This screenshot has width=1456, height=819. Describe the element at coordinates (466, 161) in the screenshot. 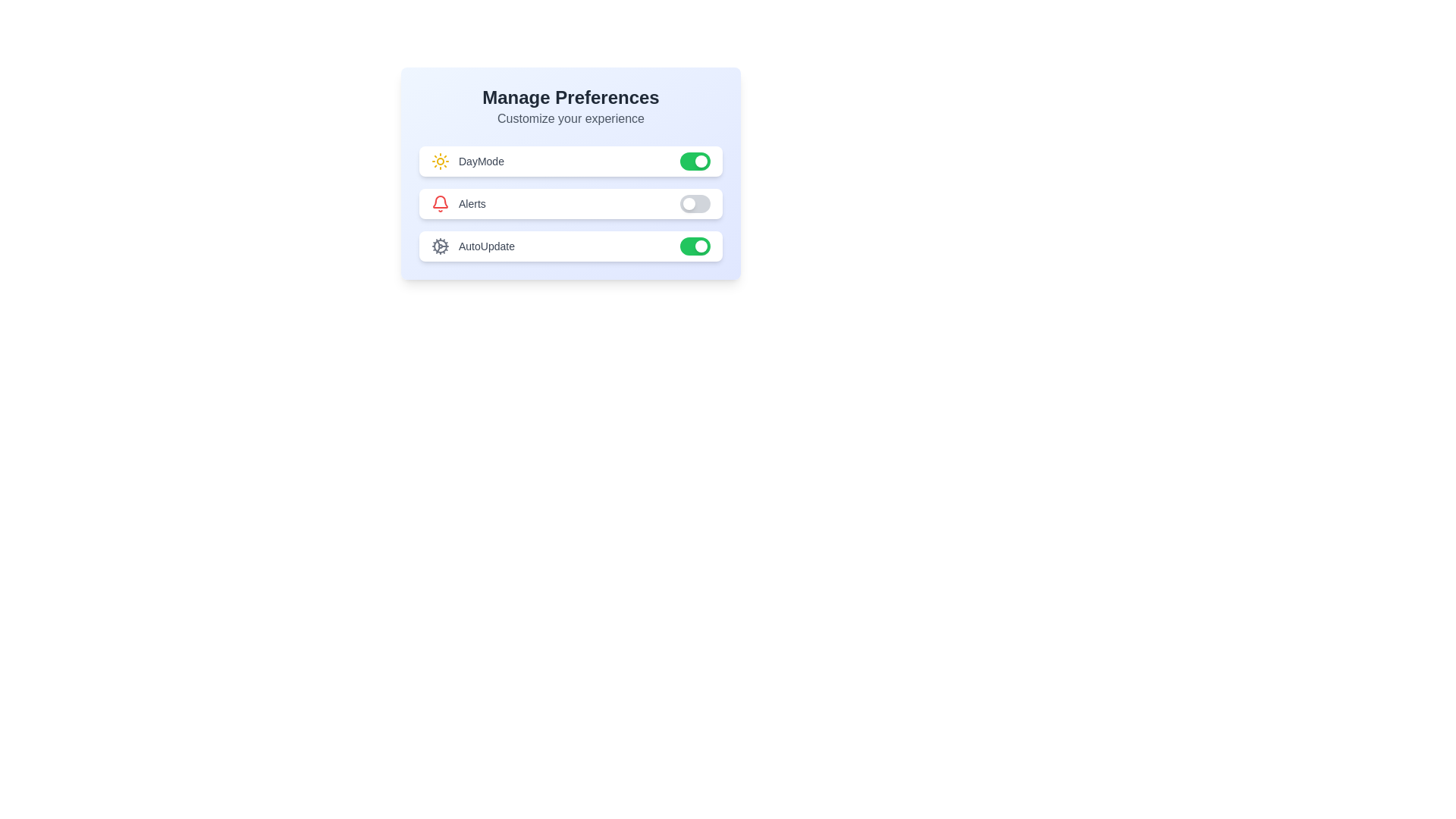

I see `'Day Mode' toggle option label and icon located at the top left corner of the preferences section in the white rectangular card` at that location.